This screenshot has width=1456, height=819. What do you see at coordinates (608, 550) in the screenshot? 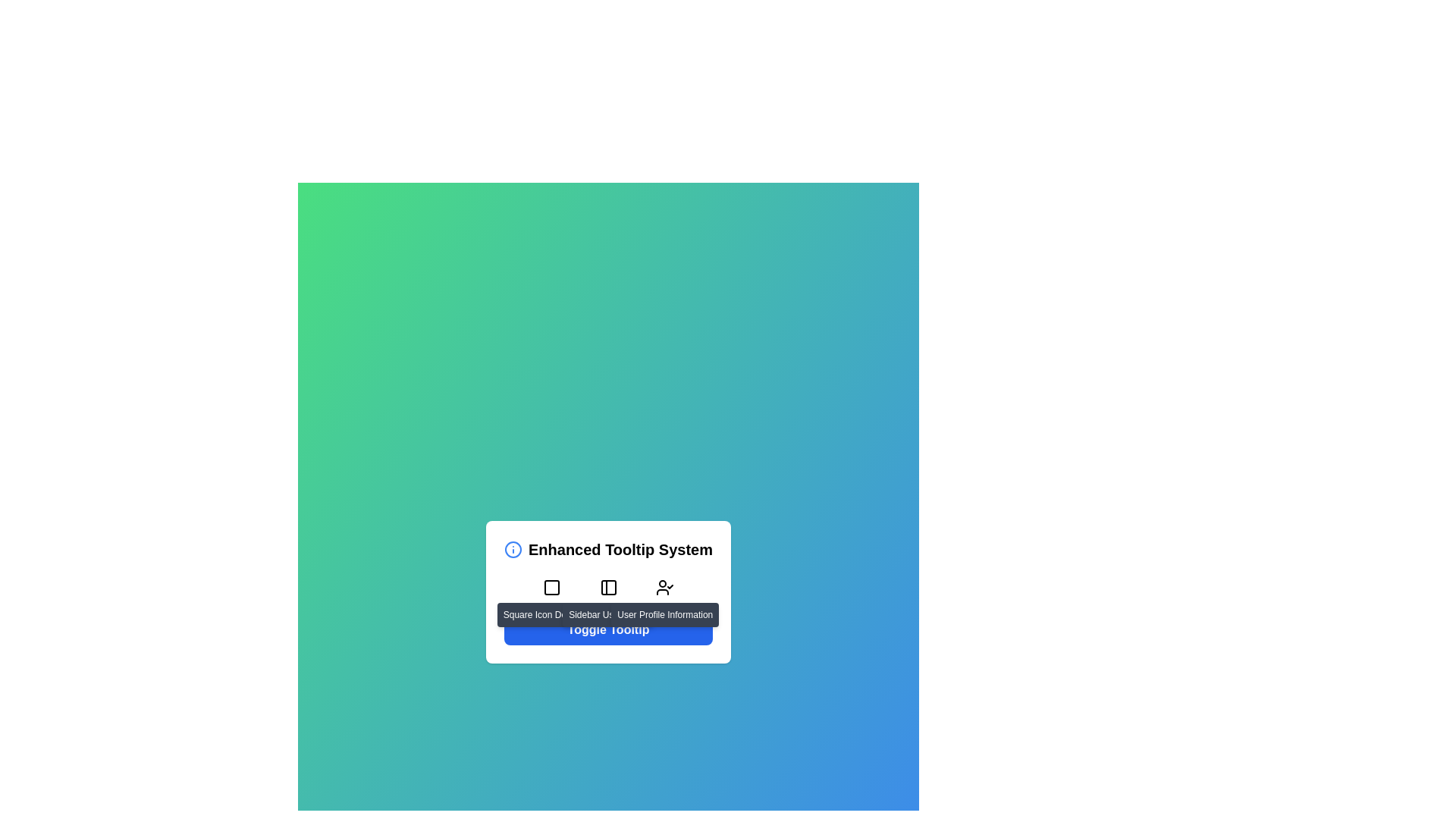
I see `the text label 'Enhanced Tooltip System' located to the right of the blue circular information icon, which is part of a white rectangular card at the top of the UI` at bounding box center [608, 550].